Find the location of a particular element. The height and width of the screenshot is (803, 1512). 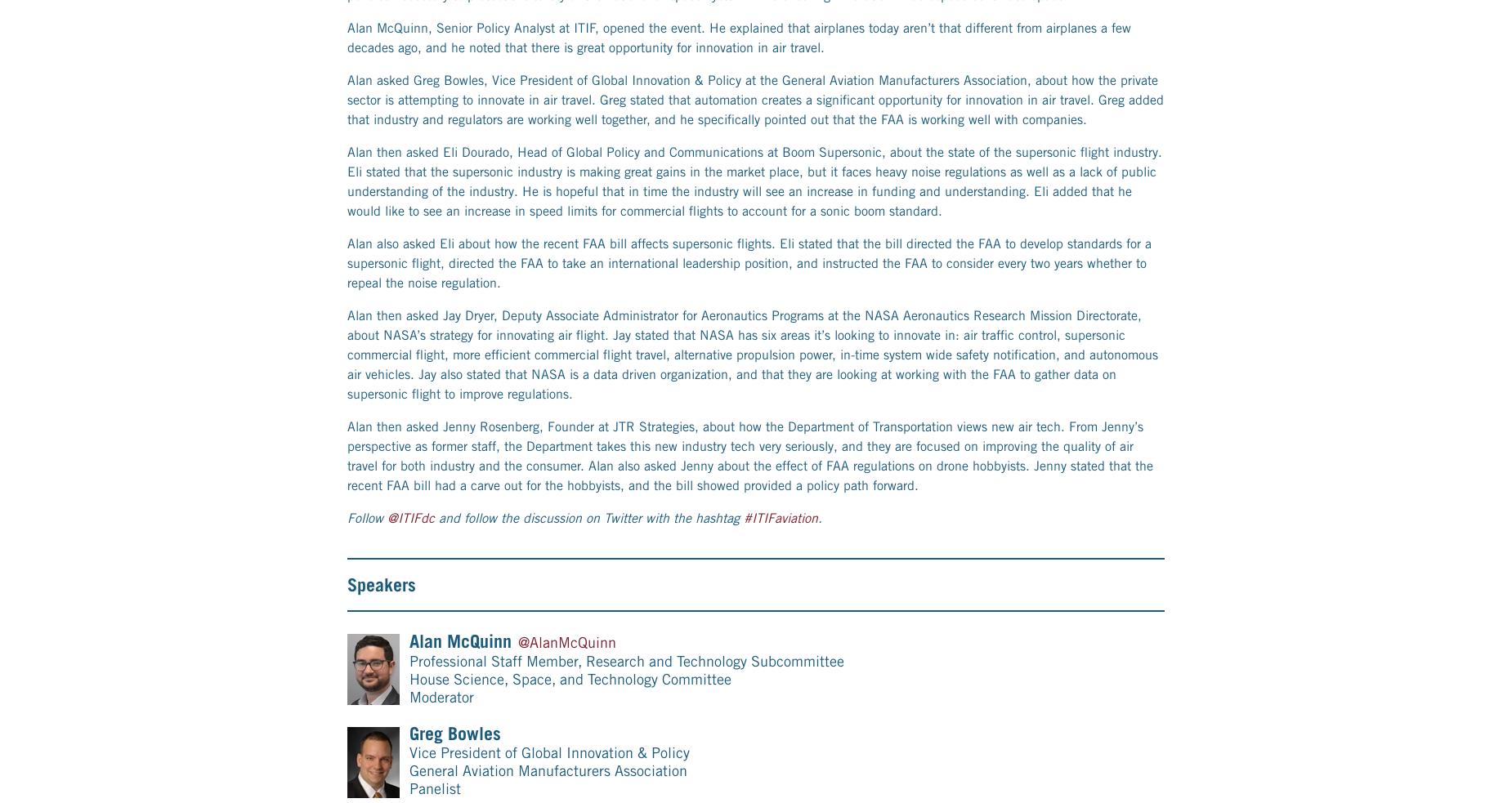

'Dourado' is located at coordinates (463, 64).